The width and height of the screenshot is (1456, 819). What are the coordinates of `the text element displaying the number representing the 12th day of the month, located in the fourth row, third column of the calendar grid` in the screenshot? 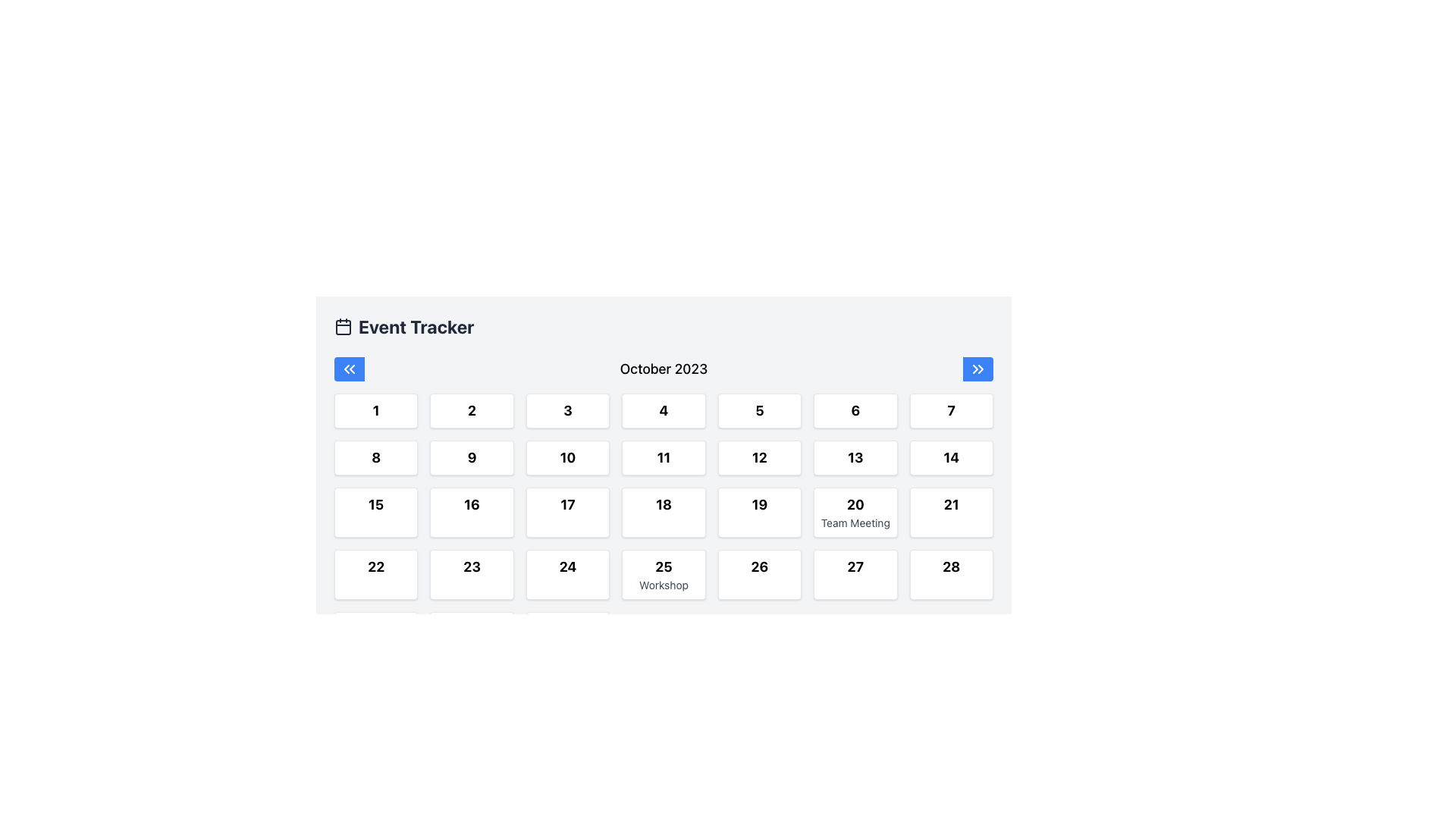 It's located at (759, 457).